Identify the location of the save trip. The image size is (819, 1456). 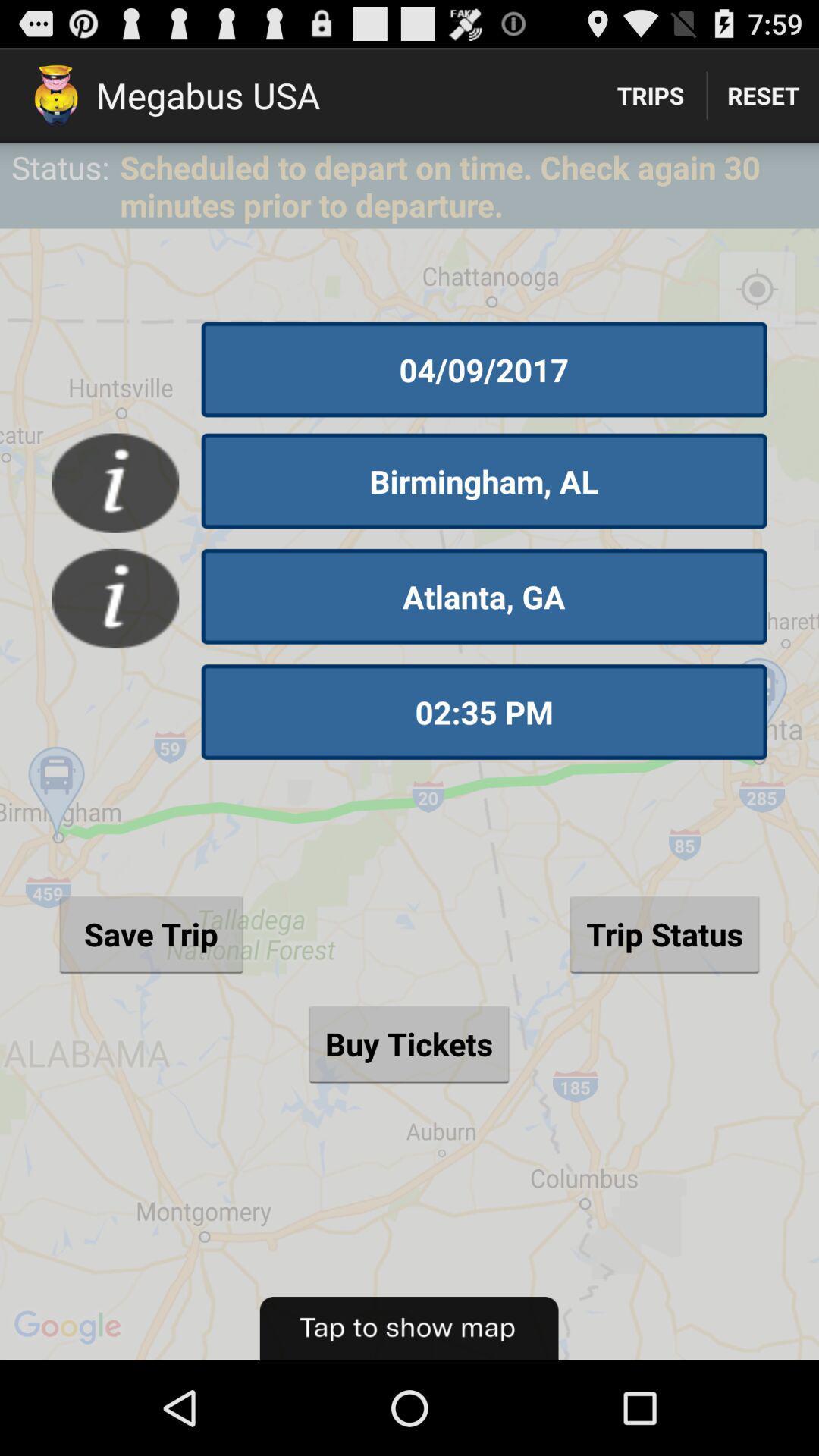
(151, 933).